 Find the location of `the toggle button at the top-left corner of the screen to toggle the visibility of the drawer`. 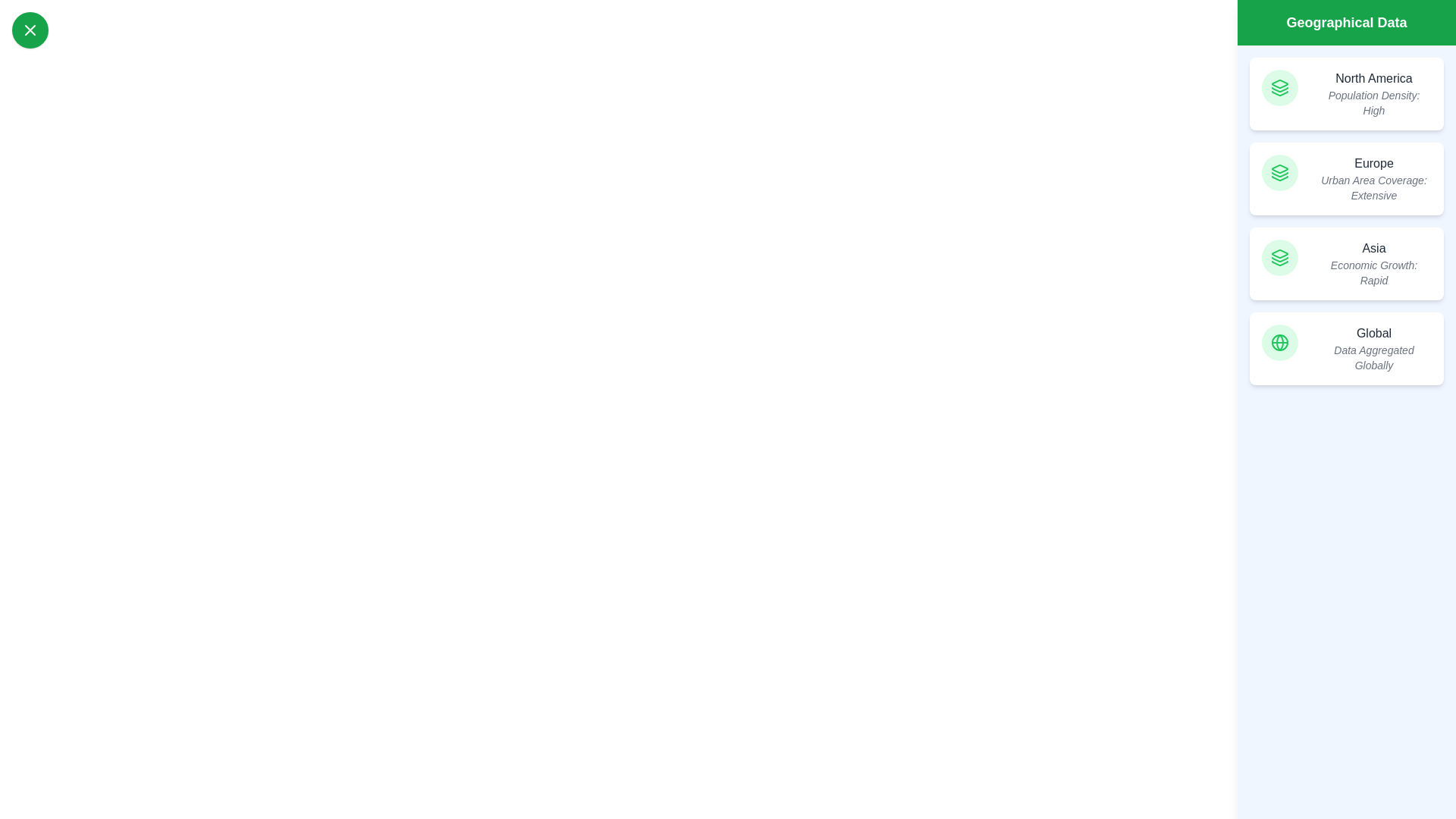

the toggle button at the top-left corner of the screen to toggle the visibility of the drawer is located at coordinates (30, 30).